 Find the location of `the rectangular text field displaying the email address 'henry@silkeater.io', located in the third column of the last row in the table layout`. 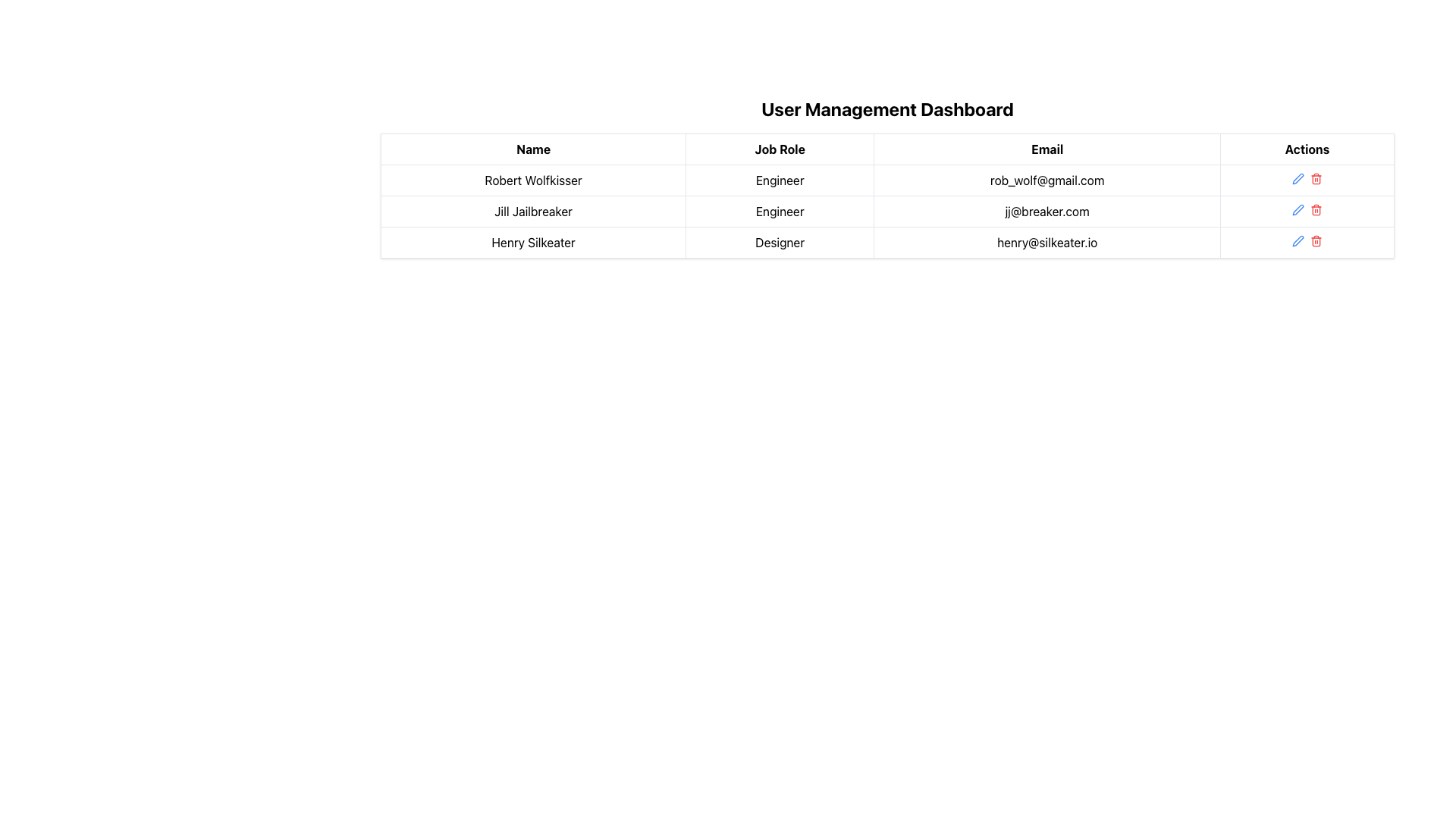

the rectangular text field displaying the email address 'henry@silkeater.io', located in the third column of the last row in the table layout is located at coordinates (1046, 242).